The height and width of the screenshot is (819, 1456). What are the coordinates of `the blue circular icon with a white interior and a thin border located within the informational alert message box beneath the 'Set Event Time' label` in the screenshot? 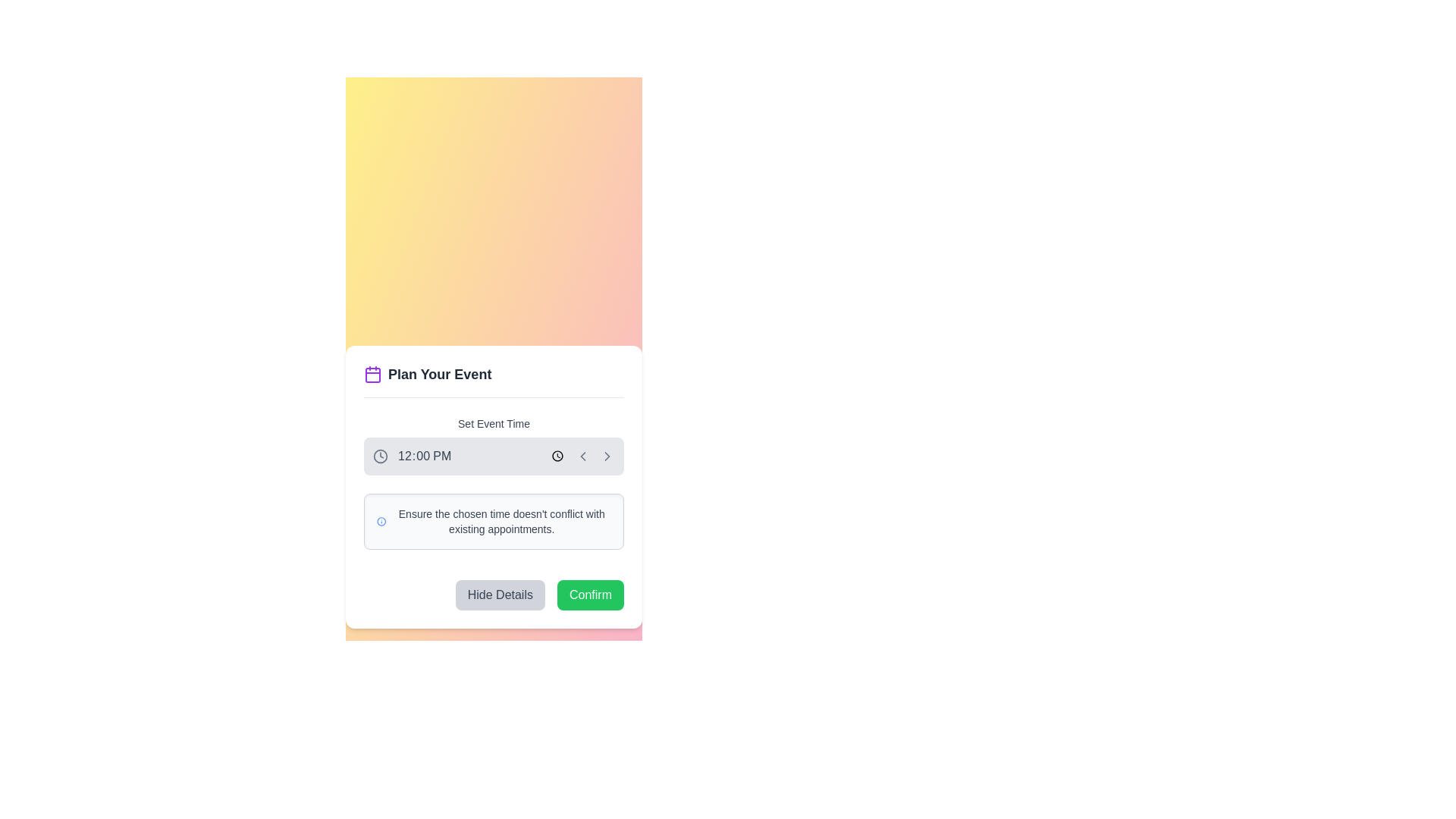 It's located at (381, 520).